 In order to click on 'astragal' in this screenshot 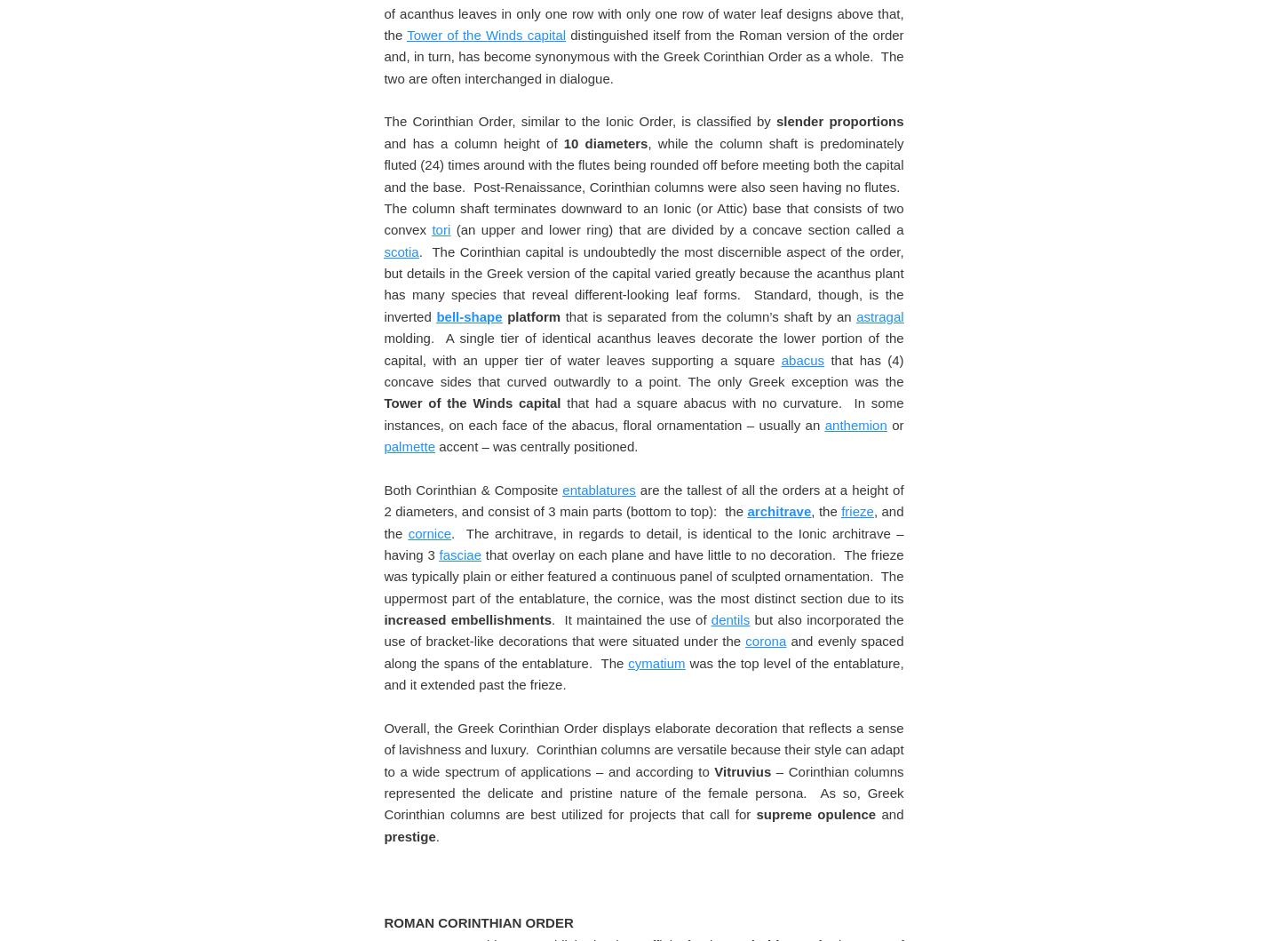, I will do `click(879, 867)`.